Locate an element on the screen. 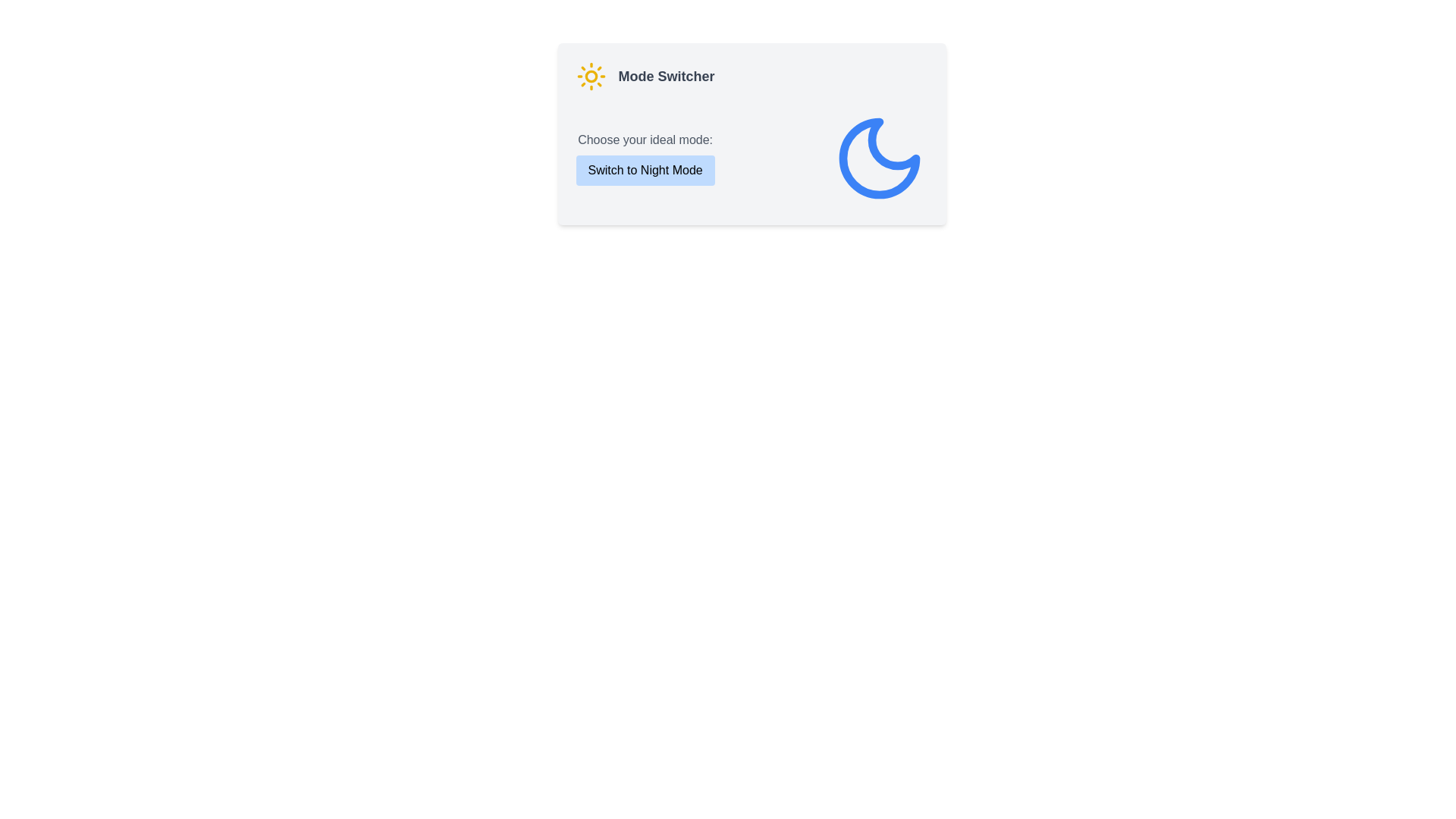 Image resolution: width=1456 pixels, height=819 pixels. the daylight mode icon located to the left of the bold 'Mode Switcher' text, which indicates the functionality for switching modes is located at coordinates (590, 76).